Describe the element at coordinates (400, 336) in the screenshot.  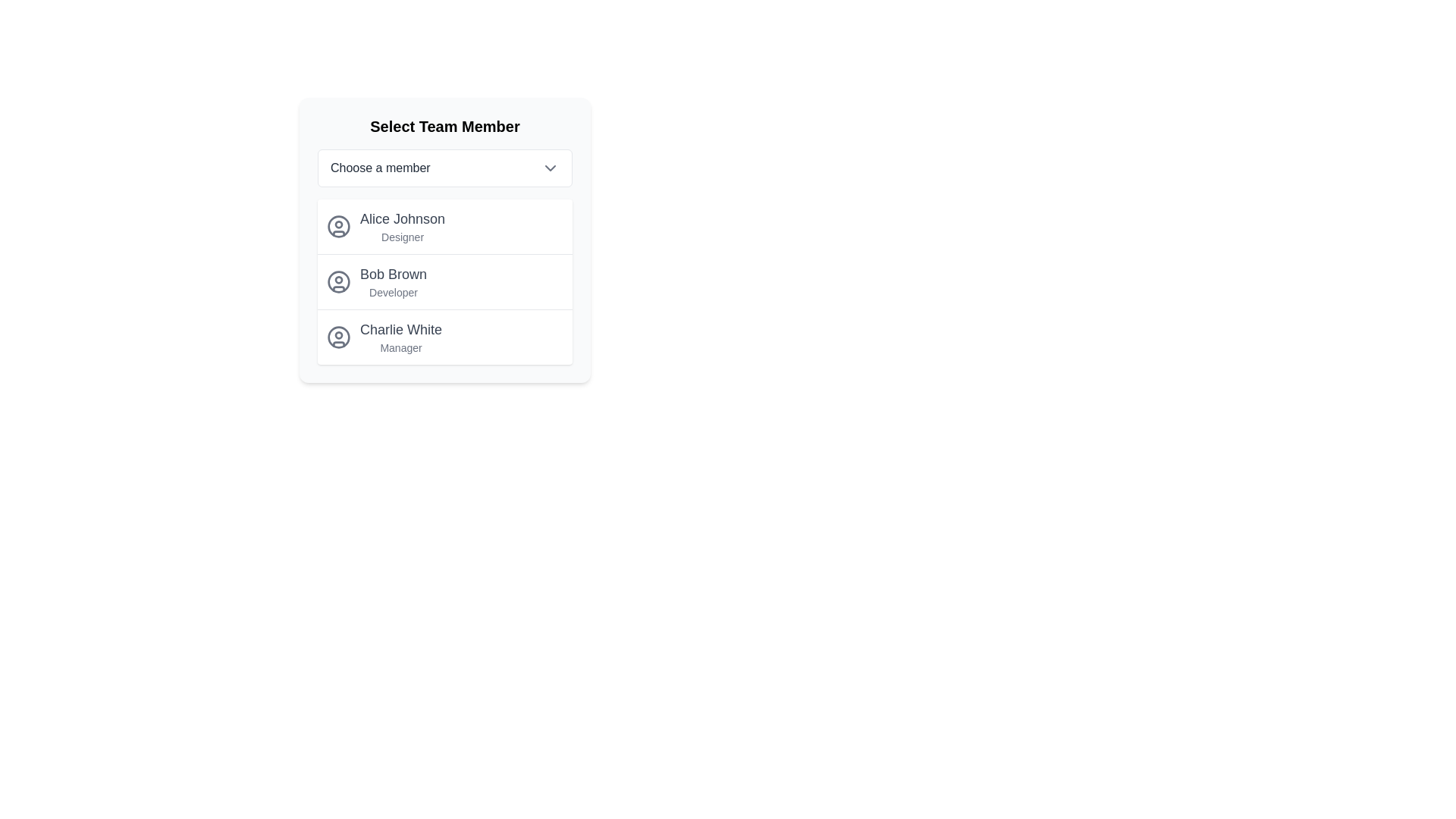
I see `the list entry displaying 'Charlie White' as the third item in the 'Select Team Member' panel` at that location.